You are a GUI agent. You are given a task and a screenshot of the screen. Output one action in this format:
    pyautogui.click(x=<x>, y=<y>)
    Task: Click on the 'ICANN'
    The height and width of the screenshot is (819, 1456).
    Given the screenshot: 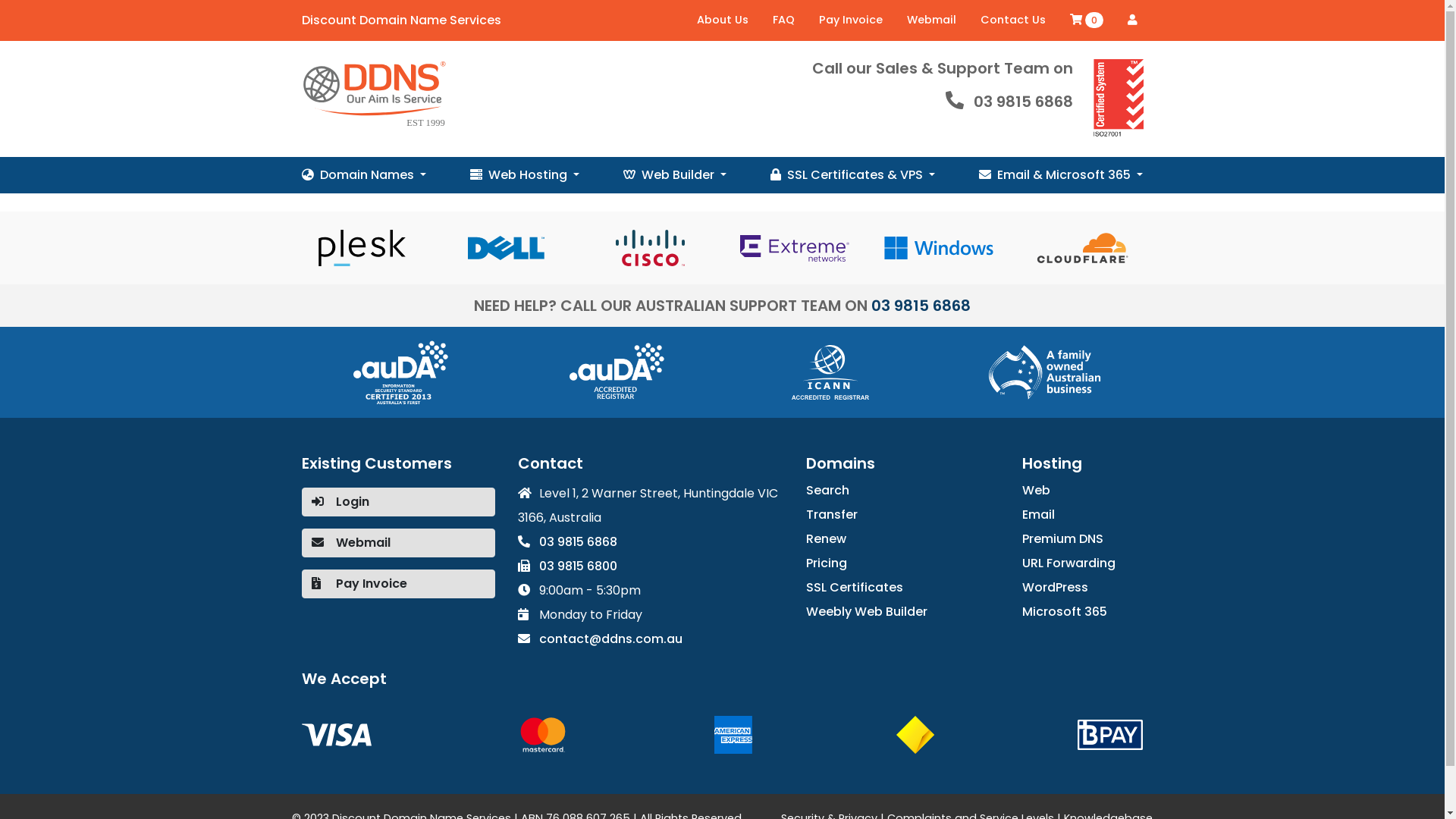 What is the action you would take?
    pyautogui.click(x=829, y=372)
    